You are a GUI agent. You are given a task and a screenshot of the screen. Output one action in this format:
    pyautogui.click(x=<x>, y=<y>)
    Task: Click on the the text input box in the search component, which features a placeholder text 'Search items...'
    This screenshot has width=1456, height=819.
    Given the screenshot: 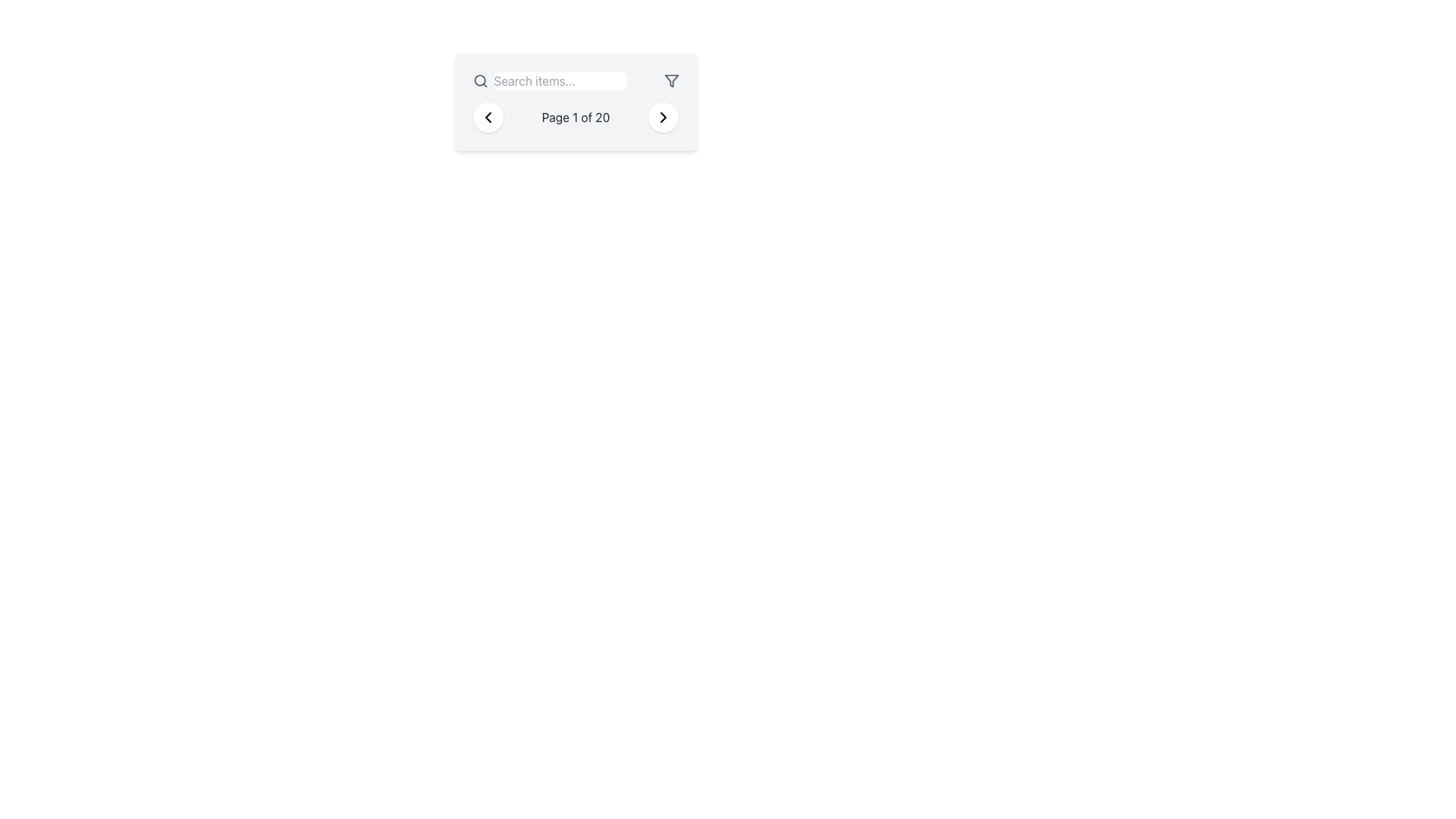 What is the action you would take?
    pyautogui.click(x=548, y=81)
    